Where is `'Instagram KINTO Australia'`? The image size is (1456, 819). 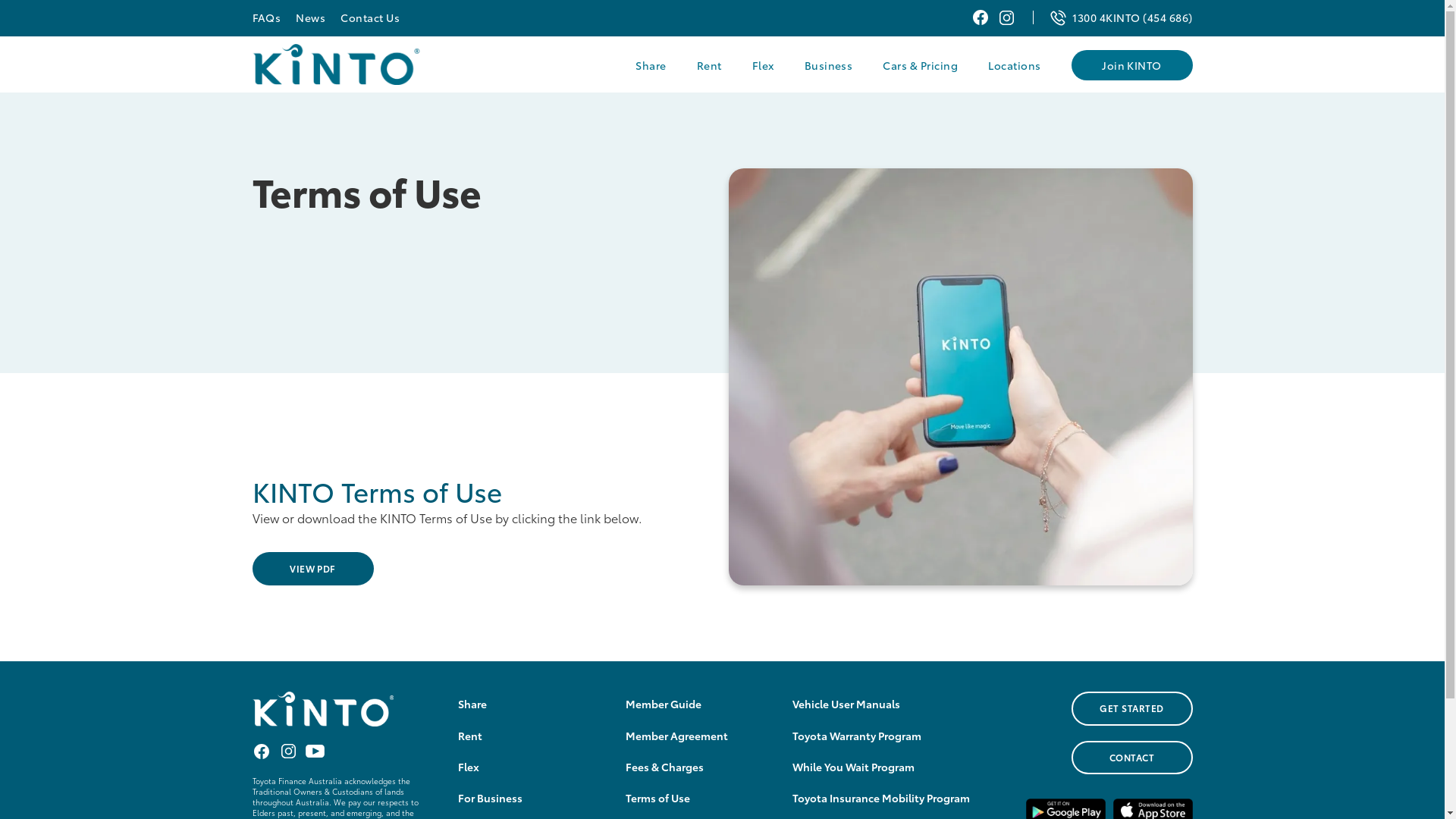 'Instagram KINTO Australia' is located at coordinates (1006, 17).